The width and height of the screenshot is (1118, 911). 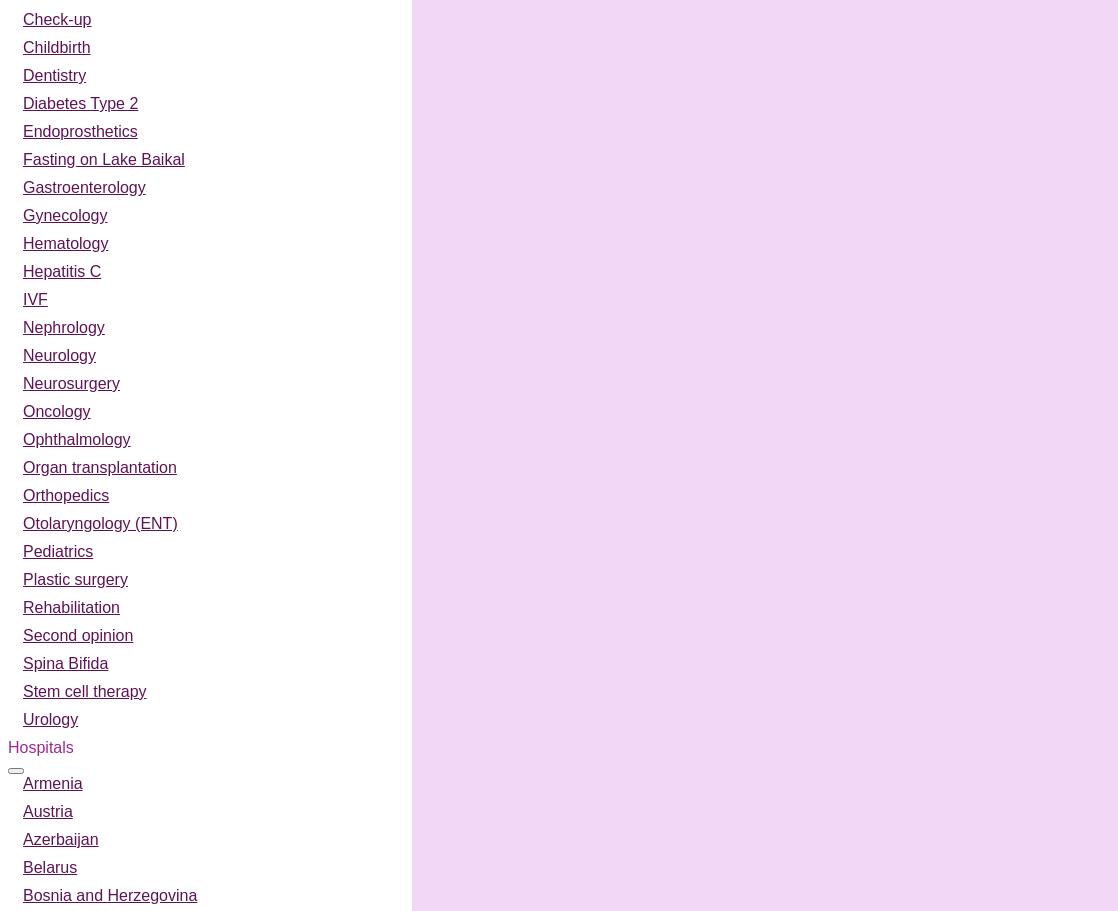 I want to click on 'Nephrology', so click(x=63, y=326).